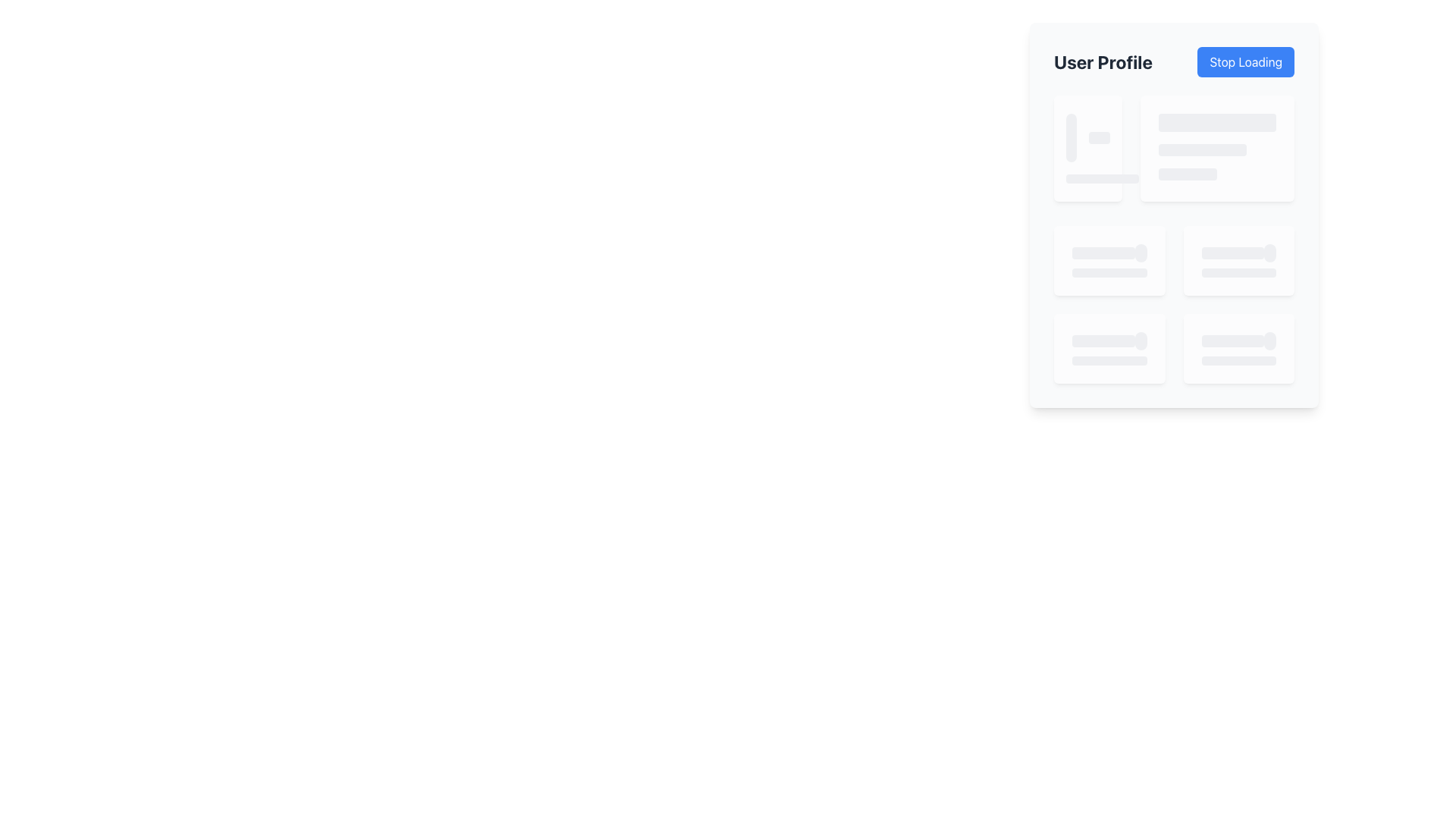  I want to click on the loading animation of the card placeholder located in the 'User Profile' section, specifically the card at position 3 in the bottom-left quadrant, so click(1109, 348).